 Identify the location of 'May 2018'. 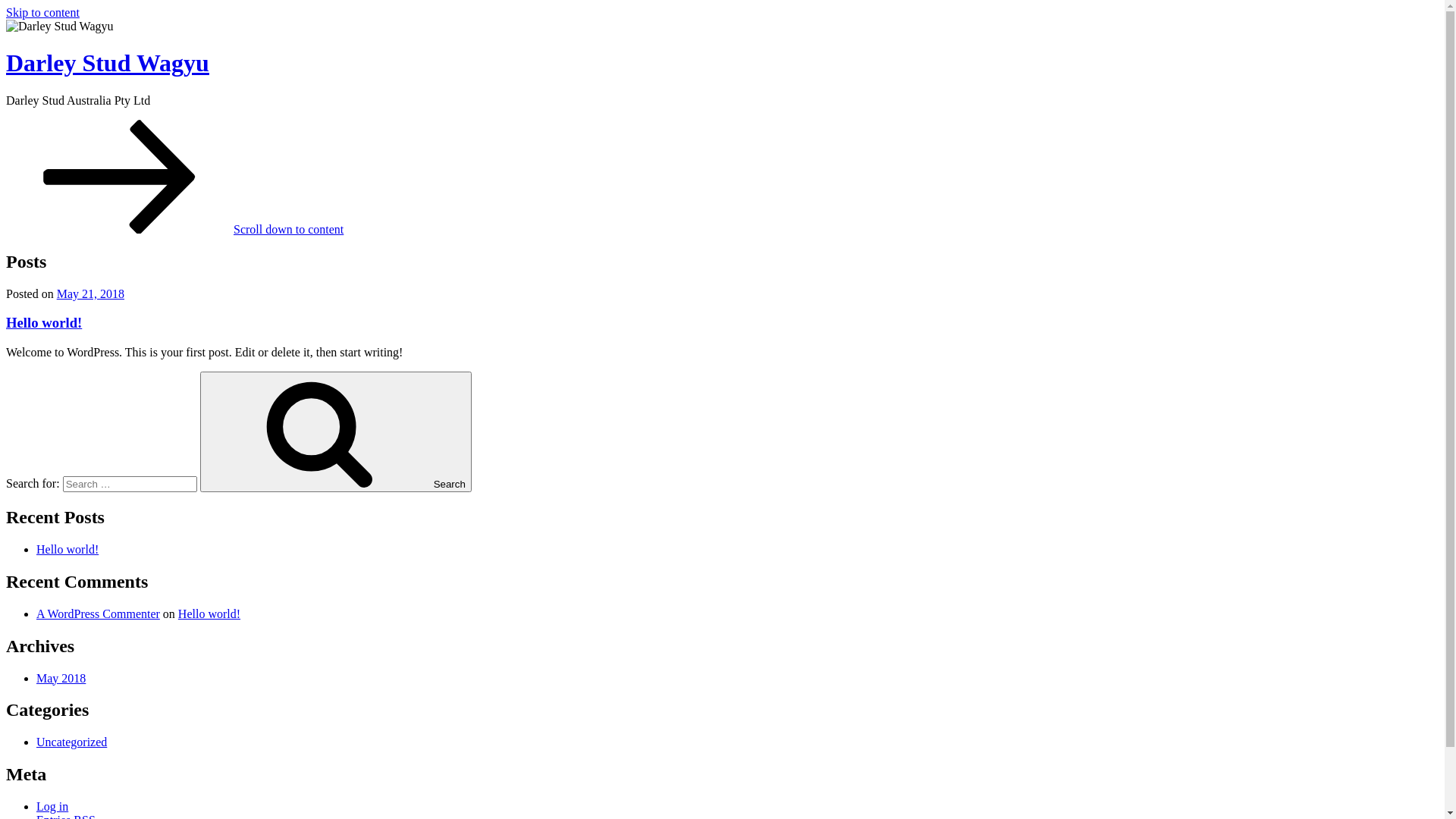
(61, 677).